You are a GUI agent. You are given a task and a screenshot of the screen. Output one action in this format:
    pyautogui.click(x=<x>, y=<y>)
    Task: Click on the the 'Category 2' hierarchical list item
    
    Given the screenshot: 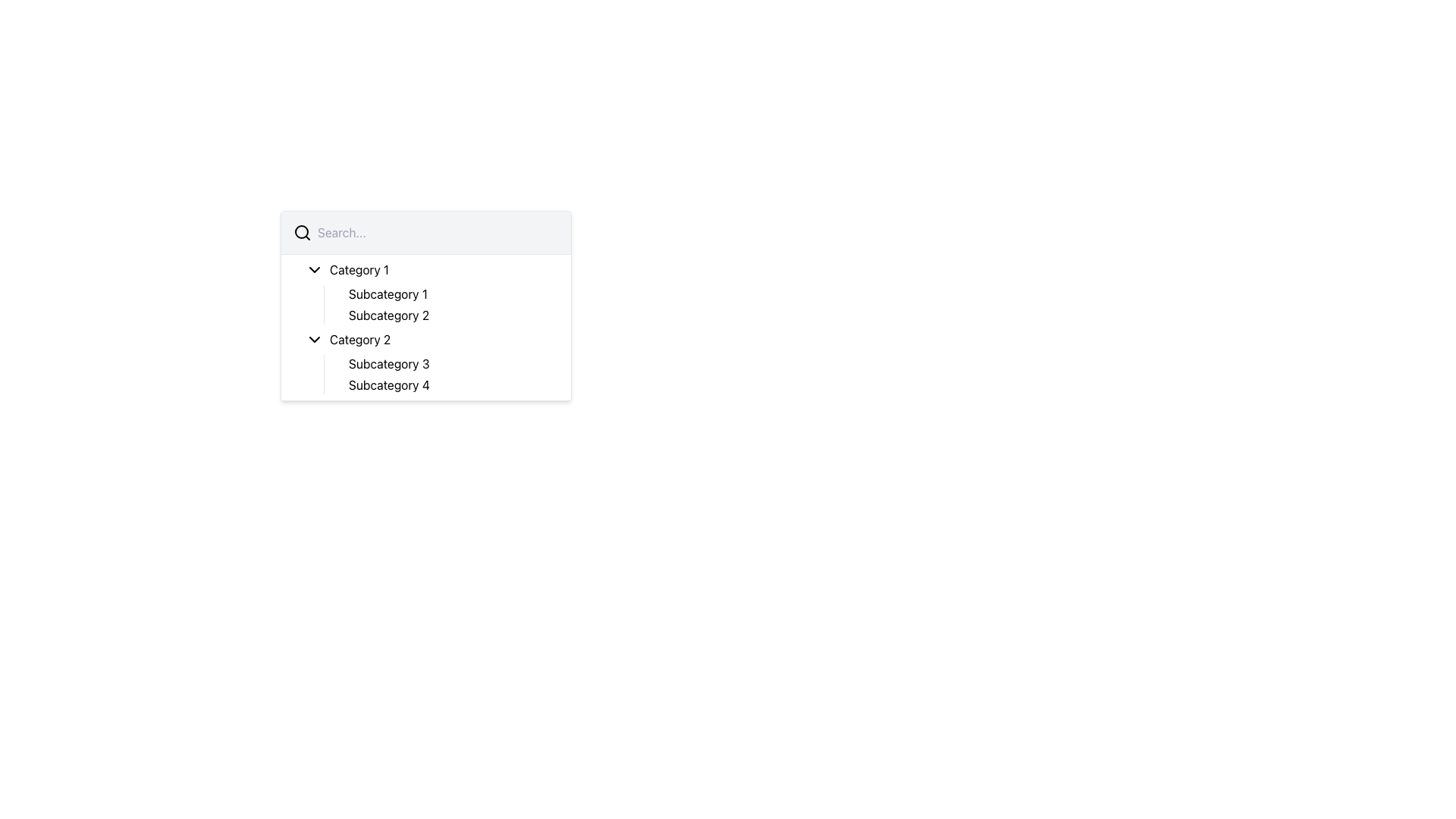 What is the action you would take?
    pyautogui.click(x=425, y=362)
    